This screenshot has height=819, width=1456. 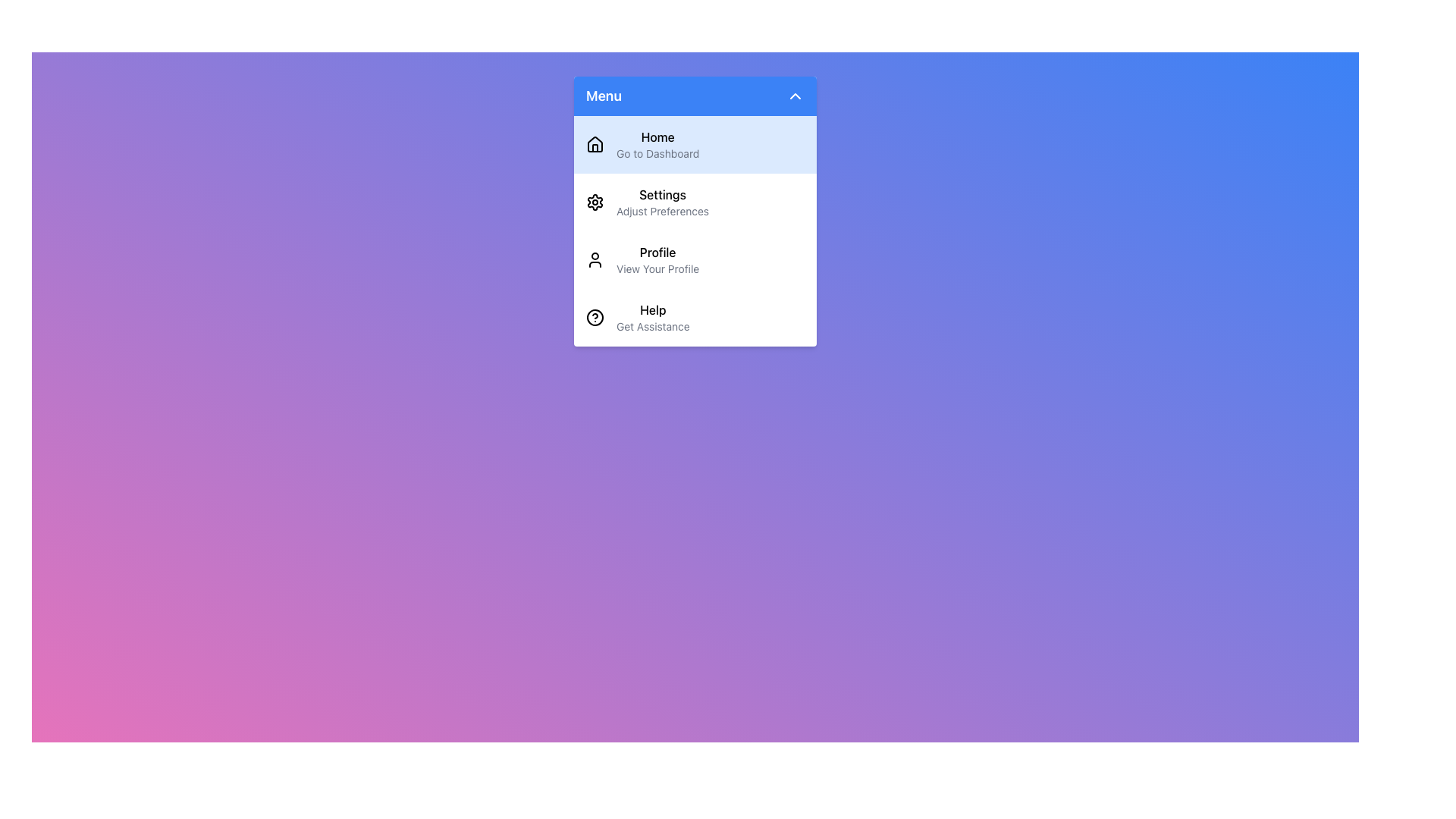 I want to click on the menu item titled 'Settings' with subtitle 'Adjust Preferences', located in the vertical list of the menu component, so click(x=662, y=201).